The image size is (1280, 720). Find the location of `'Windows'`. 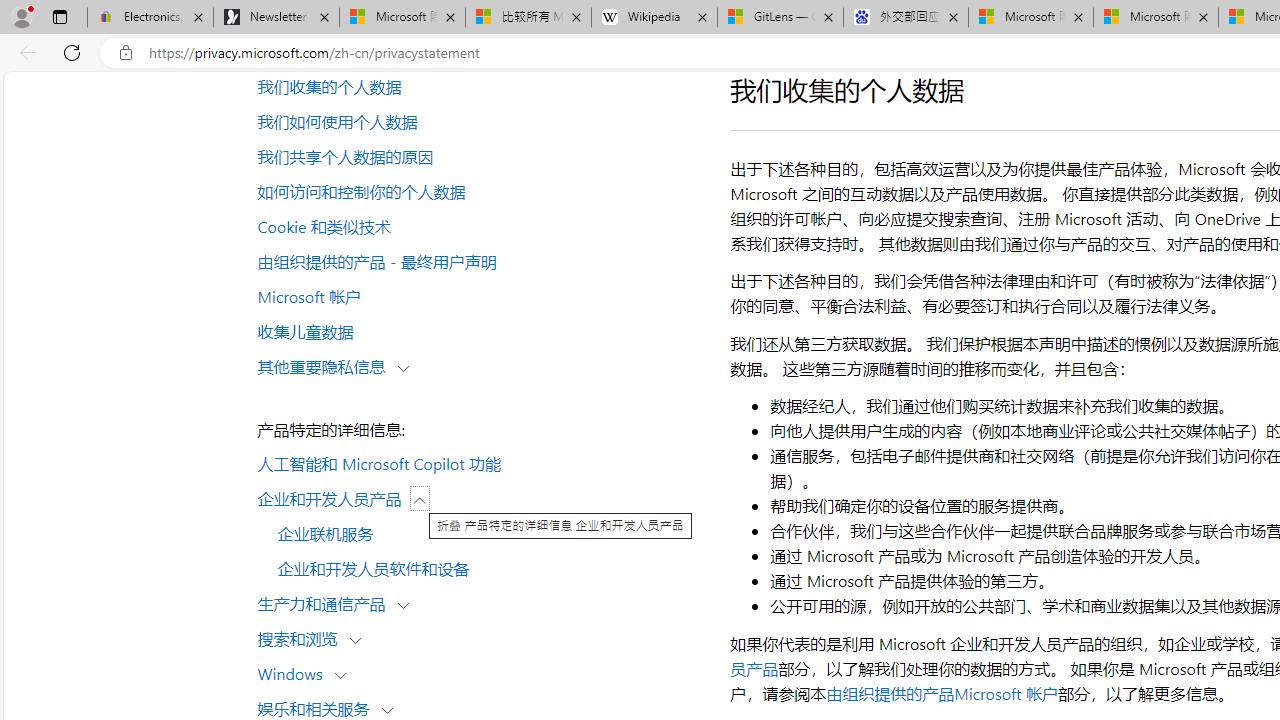

'Windows' is located at coordinates (294, 672).